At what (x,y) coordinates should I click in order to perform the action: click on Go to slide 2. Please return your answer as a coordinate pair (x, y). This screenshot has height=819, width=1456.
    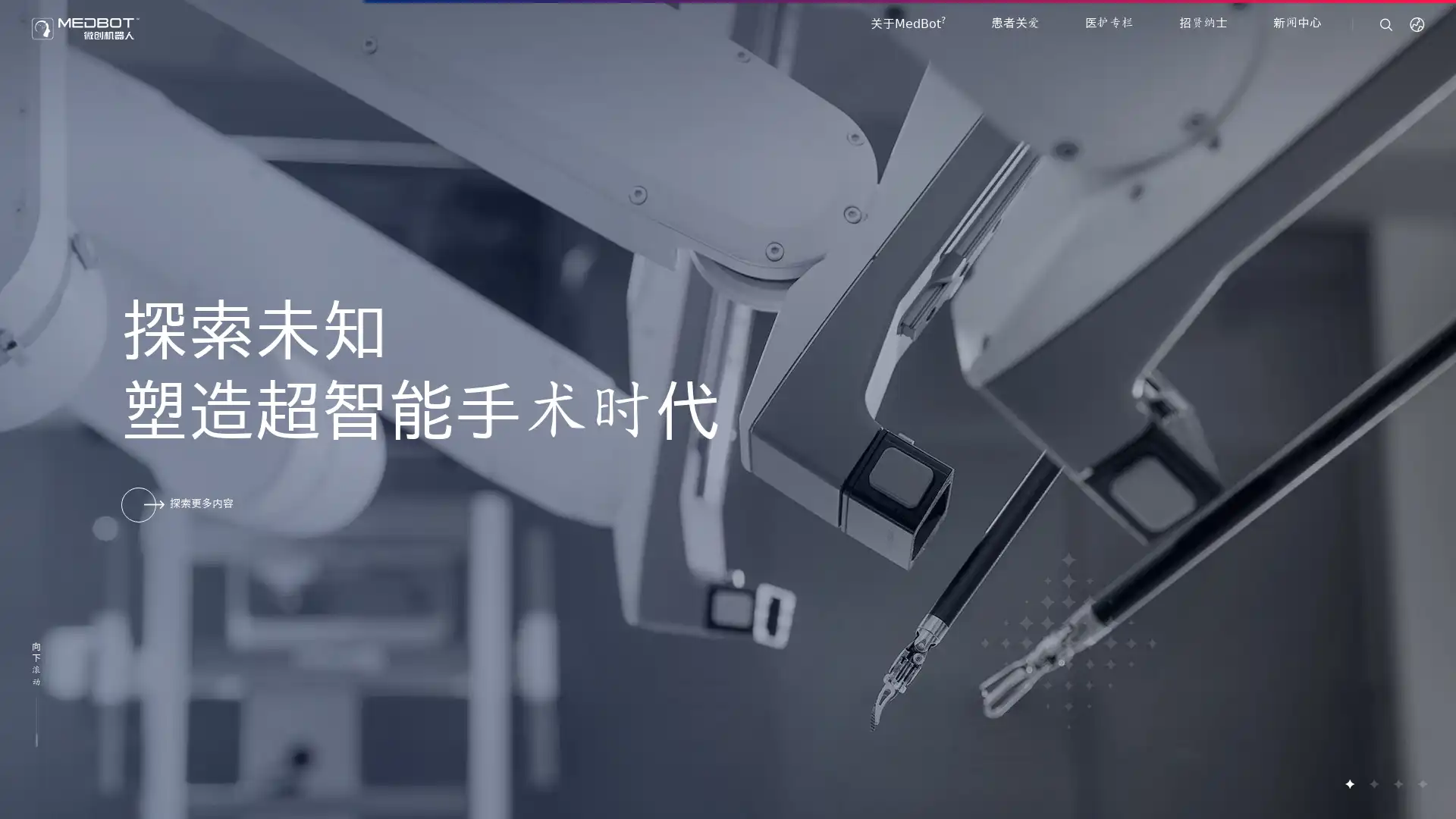
    Looking at the image, I should click on (1373, 783).